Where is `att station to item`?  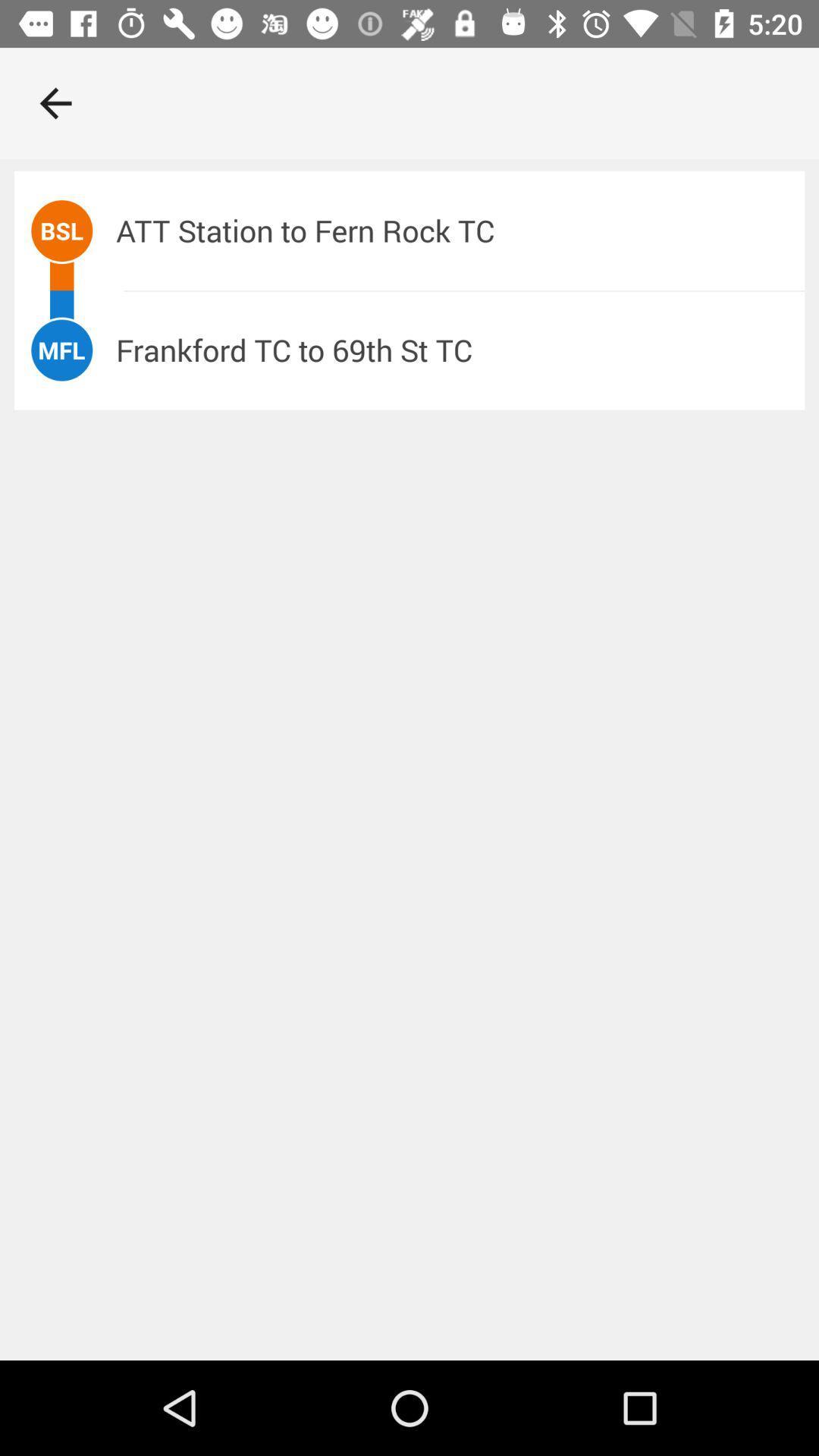
att station to item is located at coordinates (460, 230).